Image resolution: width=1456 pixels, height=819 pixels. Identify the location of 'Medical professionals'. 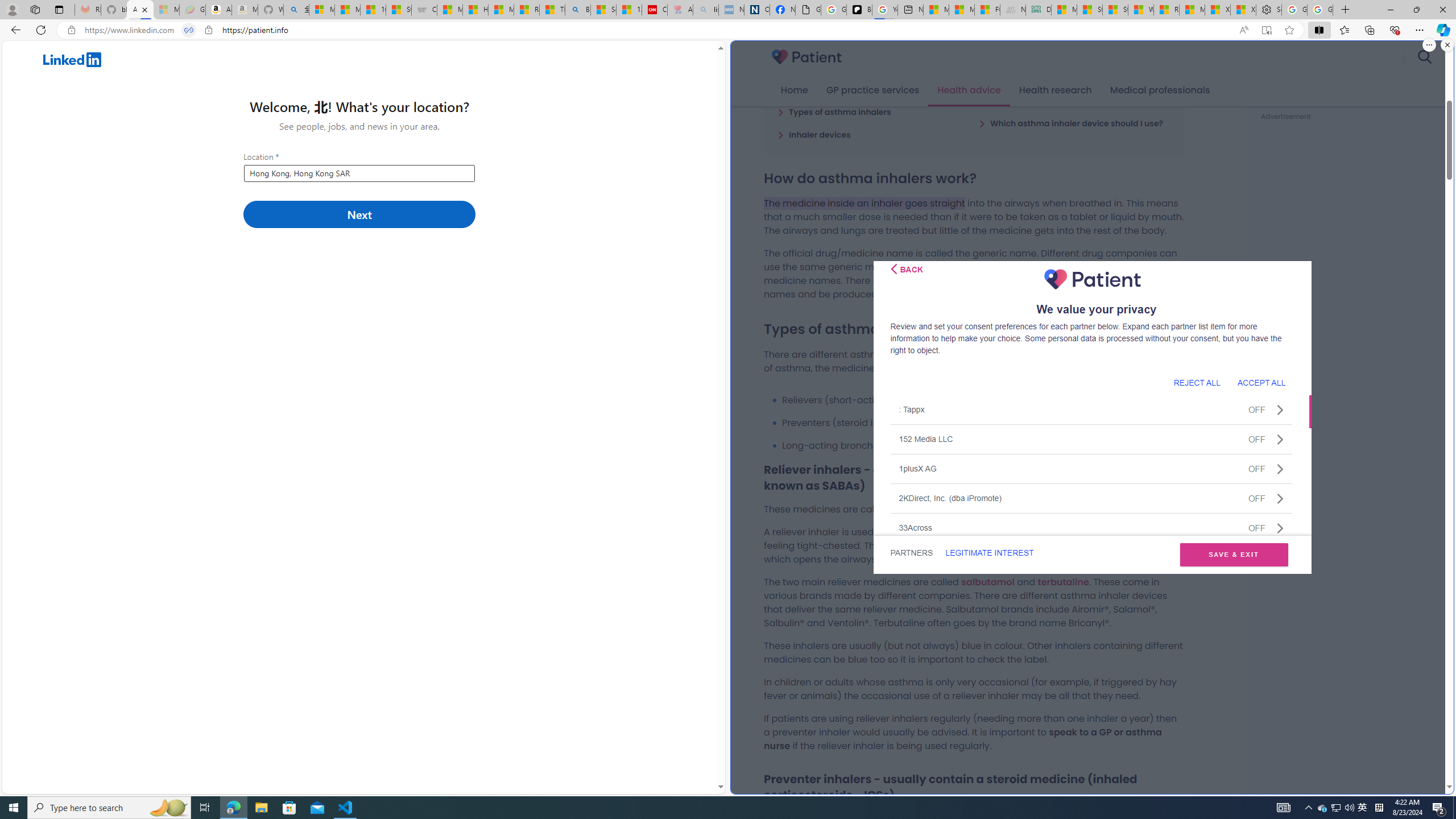
(1160, 90).